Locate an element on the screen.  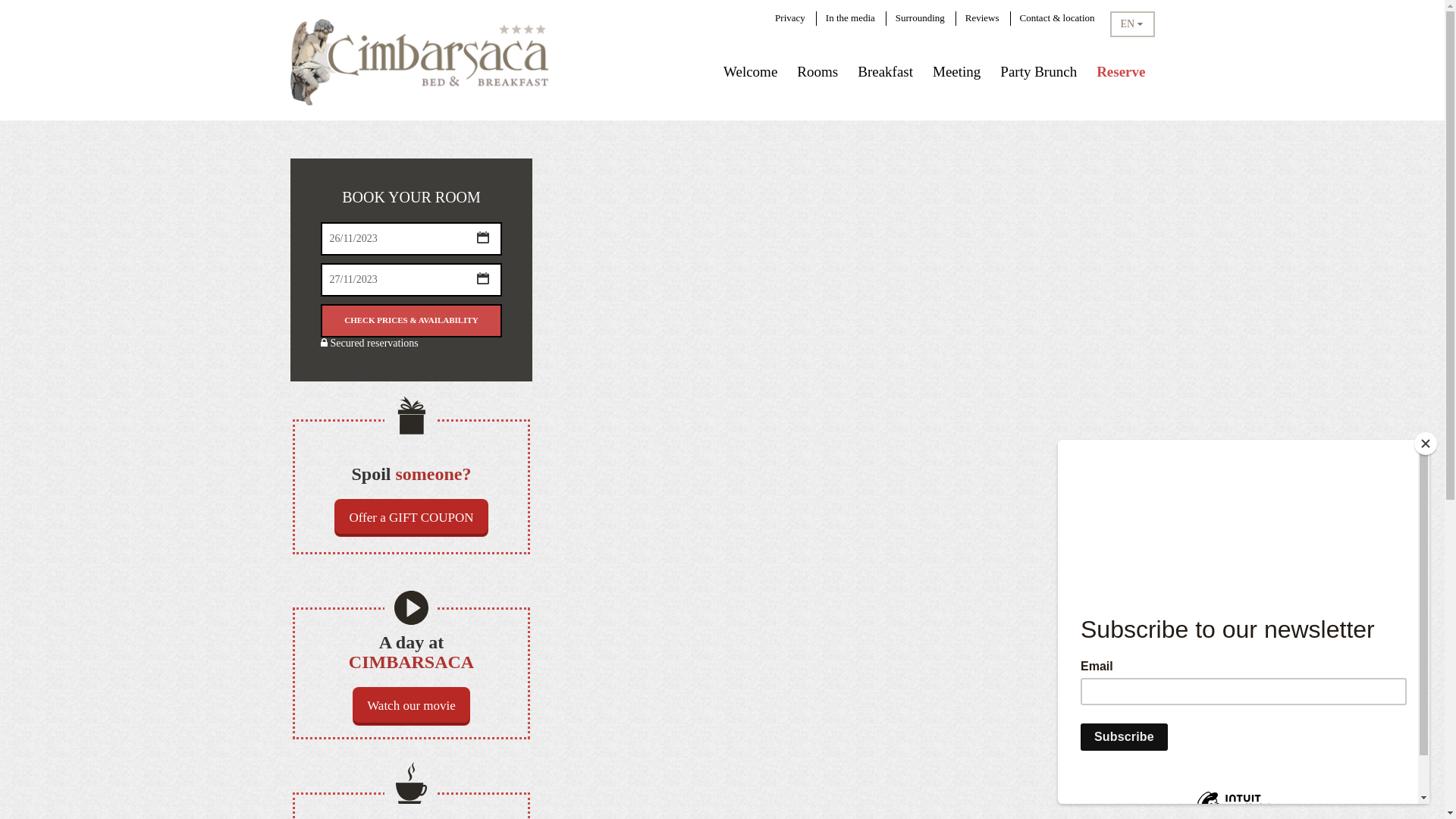
'Meeting' is located at coordinates (955, 71).